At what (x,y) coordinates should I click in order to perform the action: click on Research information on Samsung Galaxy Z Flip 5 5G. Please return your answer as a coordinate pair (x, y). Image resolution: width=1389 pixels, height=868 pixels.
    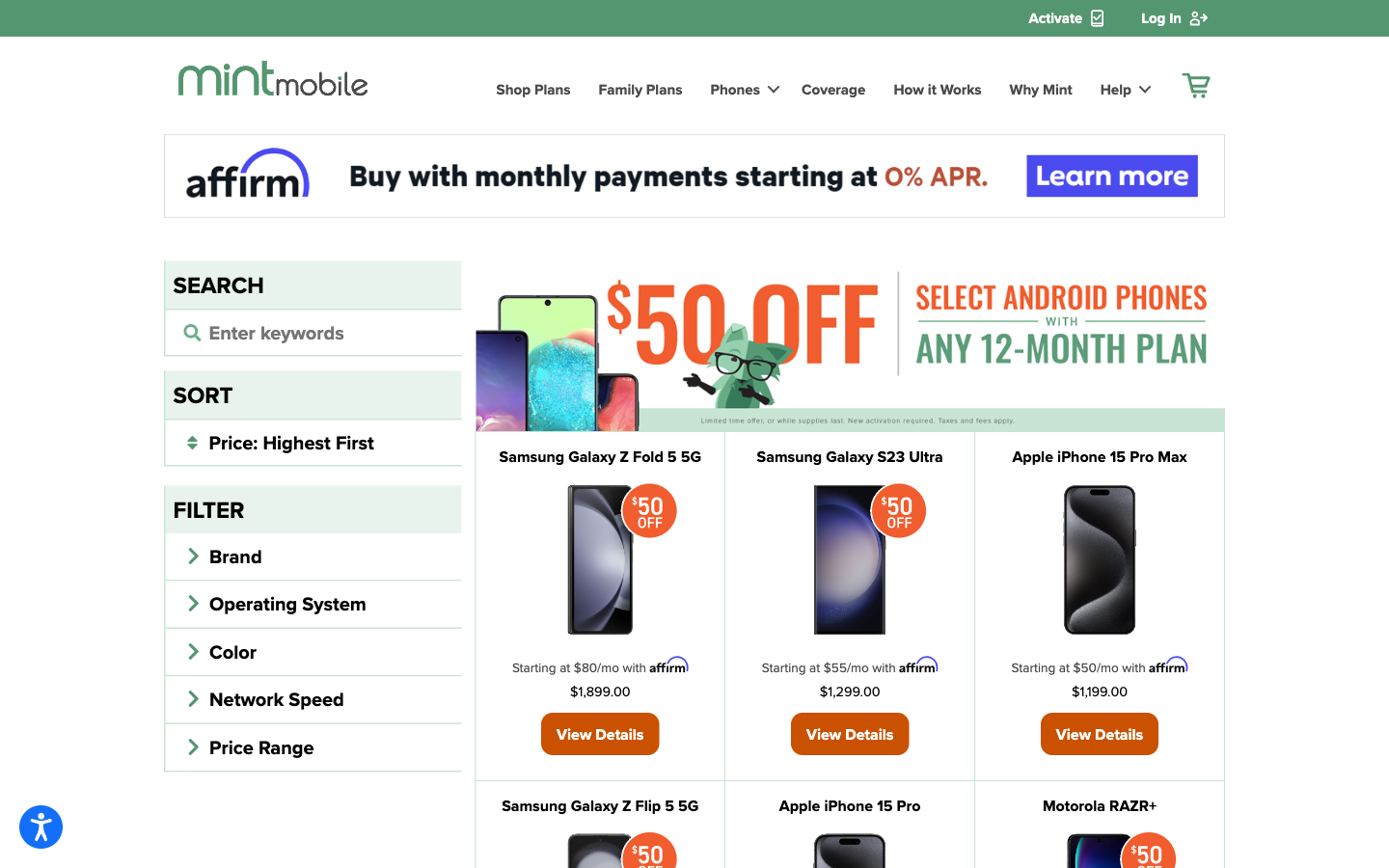
    Looking at the image, I should click on (598, 805).